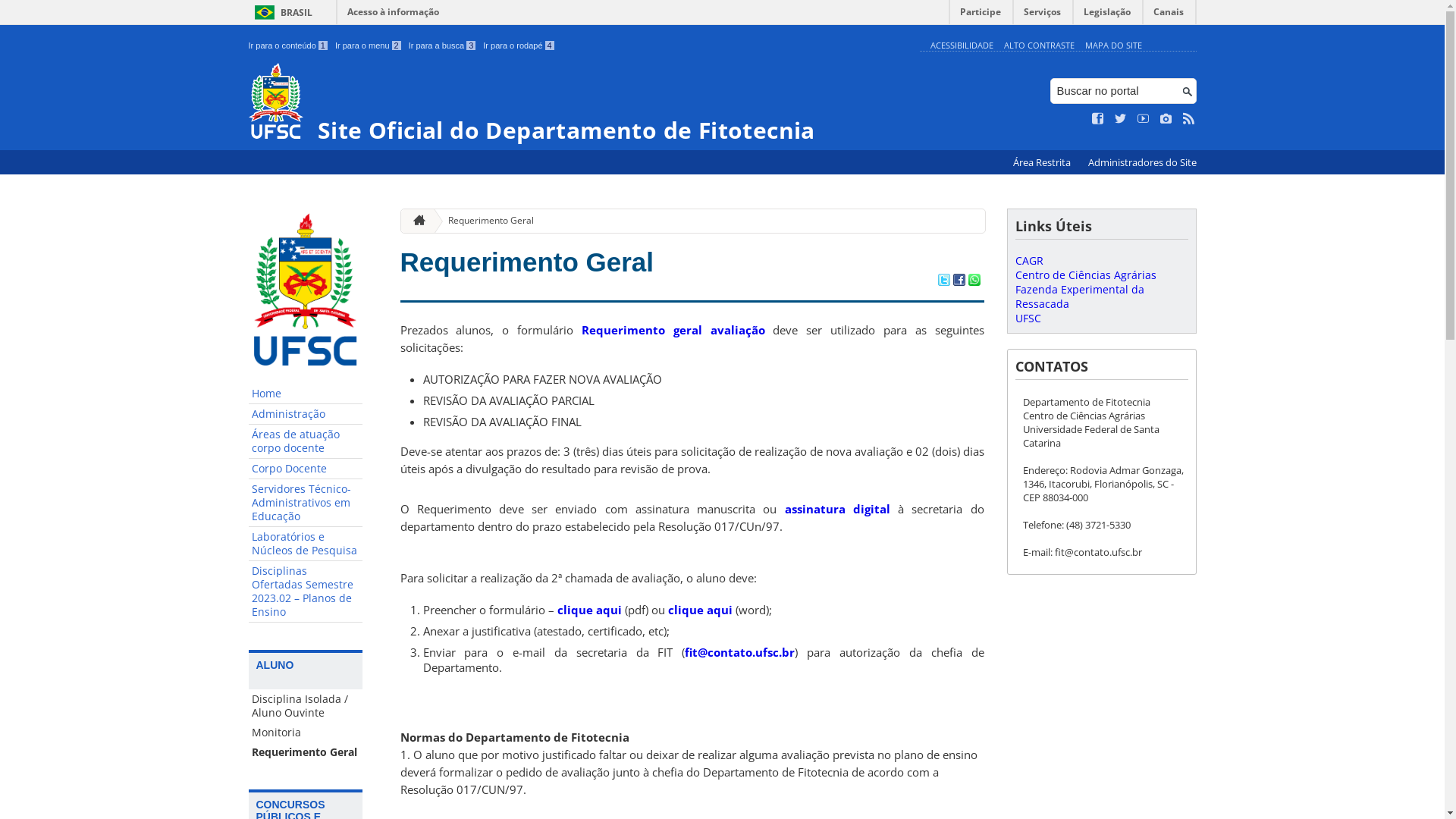  What do you see at coordinates (836, 509) in the screenshot?
I see `'assinatura digital'` at bounding box center [836, 509].